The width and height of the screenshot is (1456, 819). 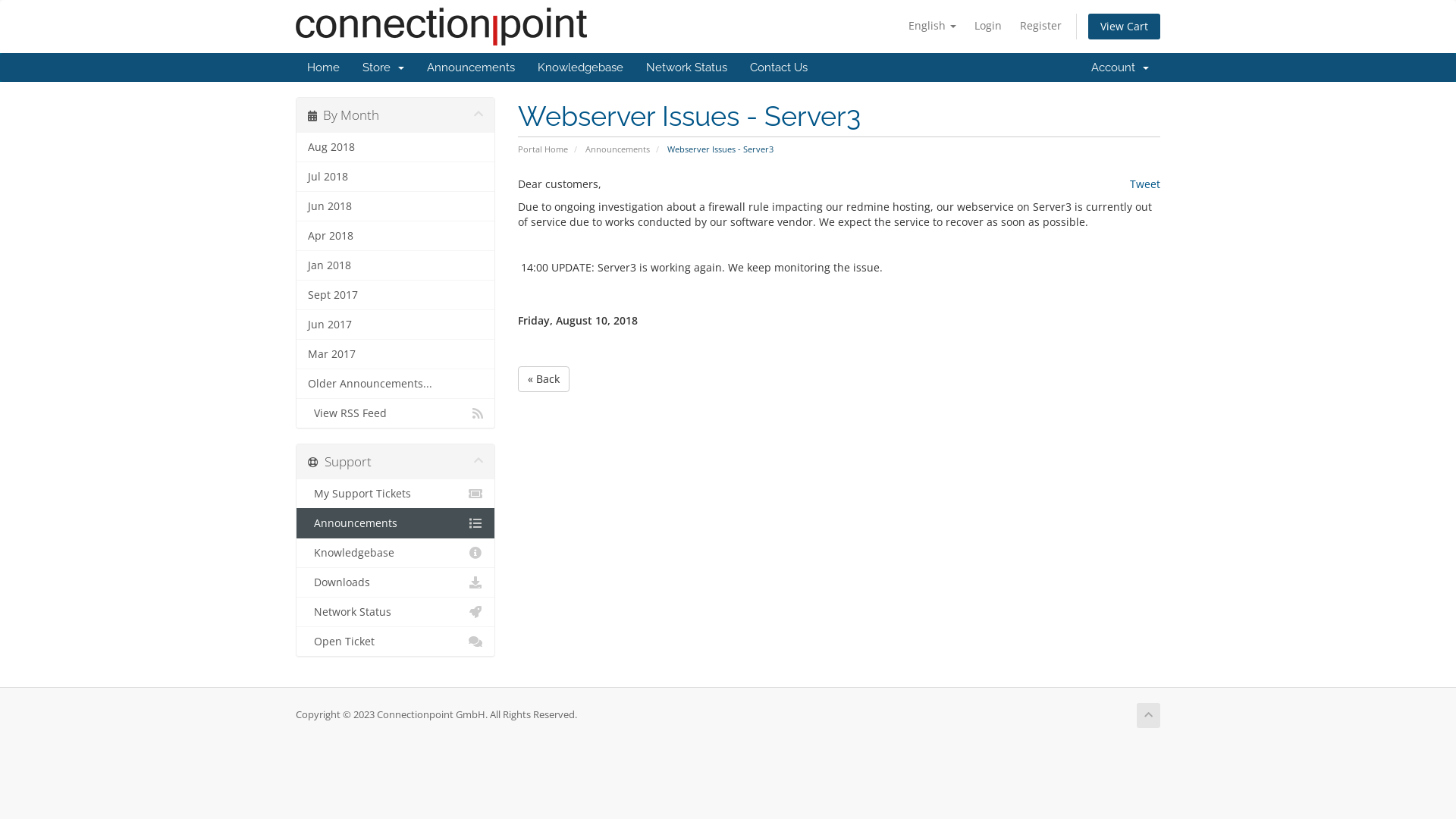 I want to click on 'Apr 2018', so click(x=395, y=236).